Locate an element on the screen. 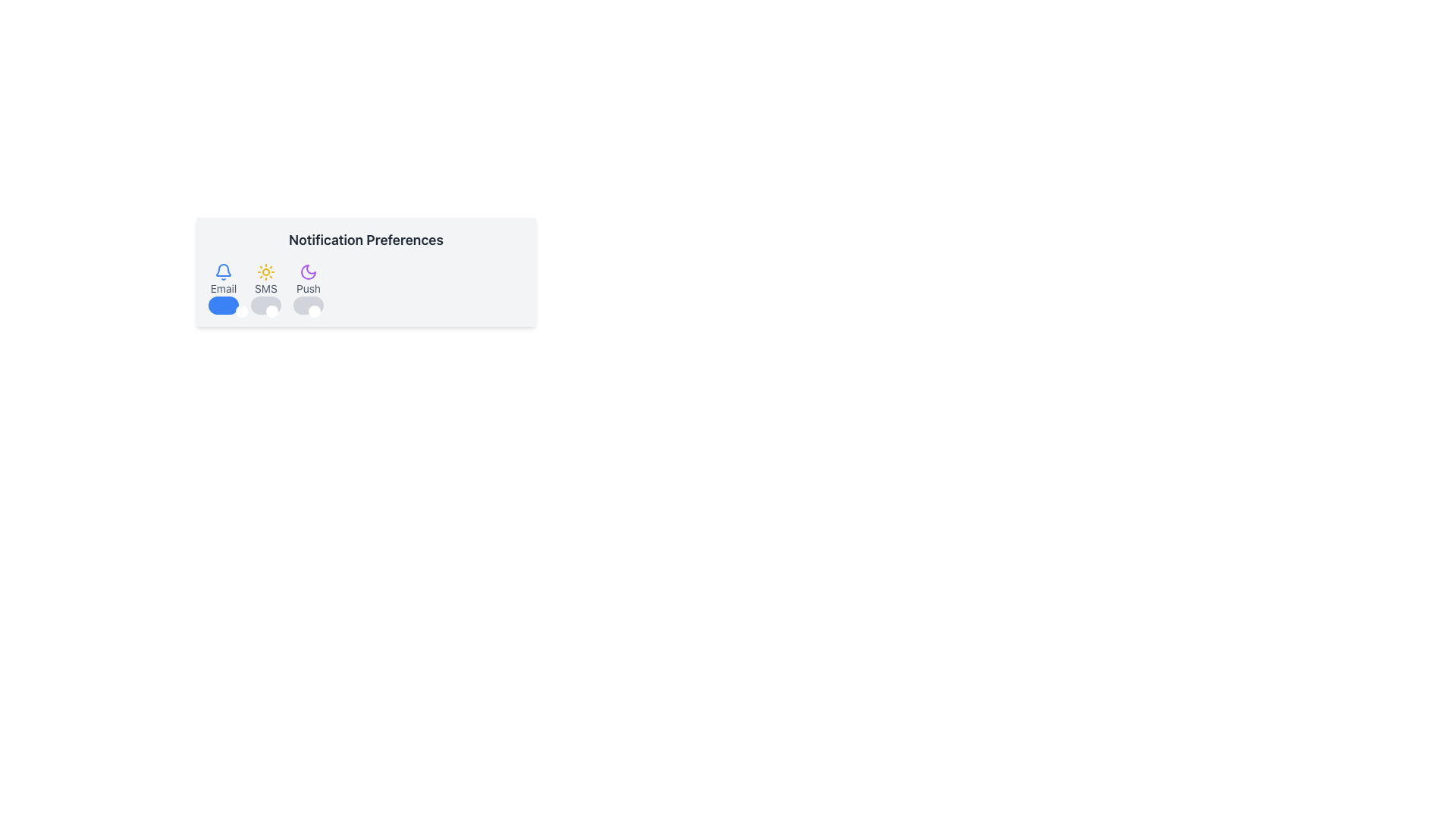  the Notification Preference Toggle for SMS notifications is located at coordinates (265, 289).